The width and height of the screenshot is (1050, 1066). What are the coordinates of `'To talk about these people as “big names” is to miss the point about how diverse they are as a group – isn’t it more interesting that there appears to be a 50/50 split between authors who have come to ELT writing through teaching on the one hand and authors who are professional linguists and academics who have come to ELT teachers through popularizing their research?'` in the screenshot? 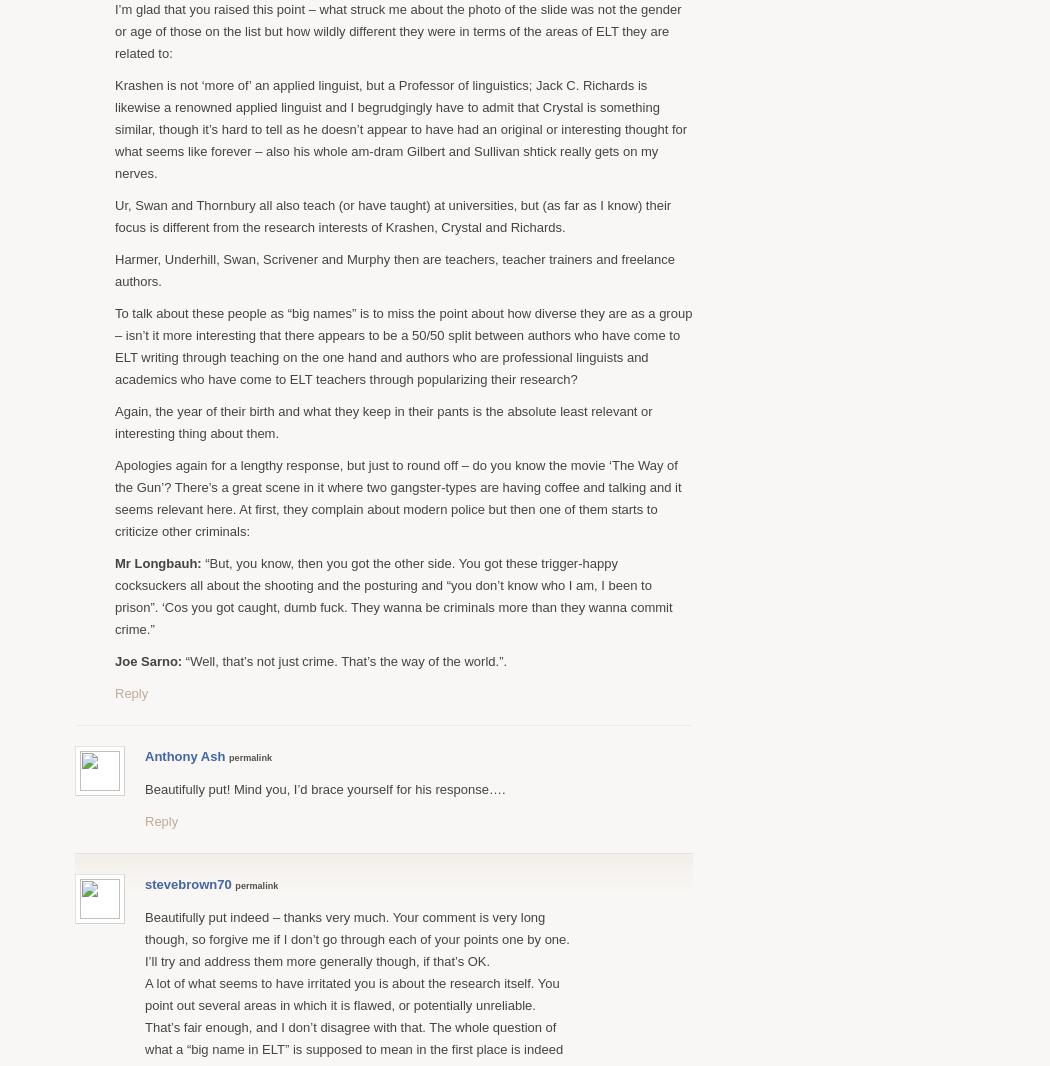 It's located at (403, 345).